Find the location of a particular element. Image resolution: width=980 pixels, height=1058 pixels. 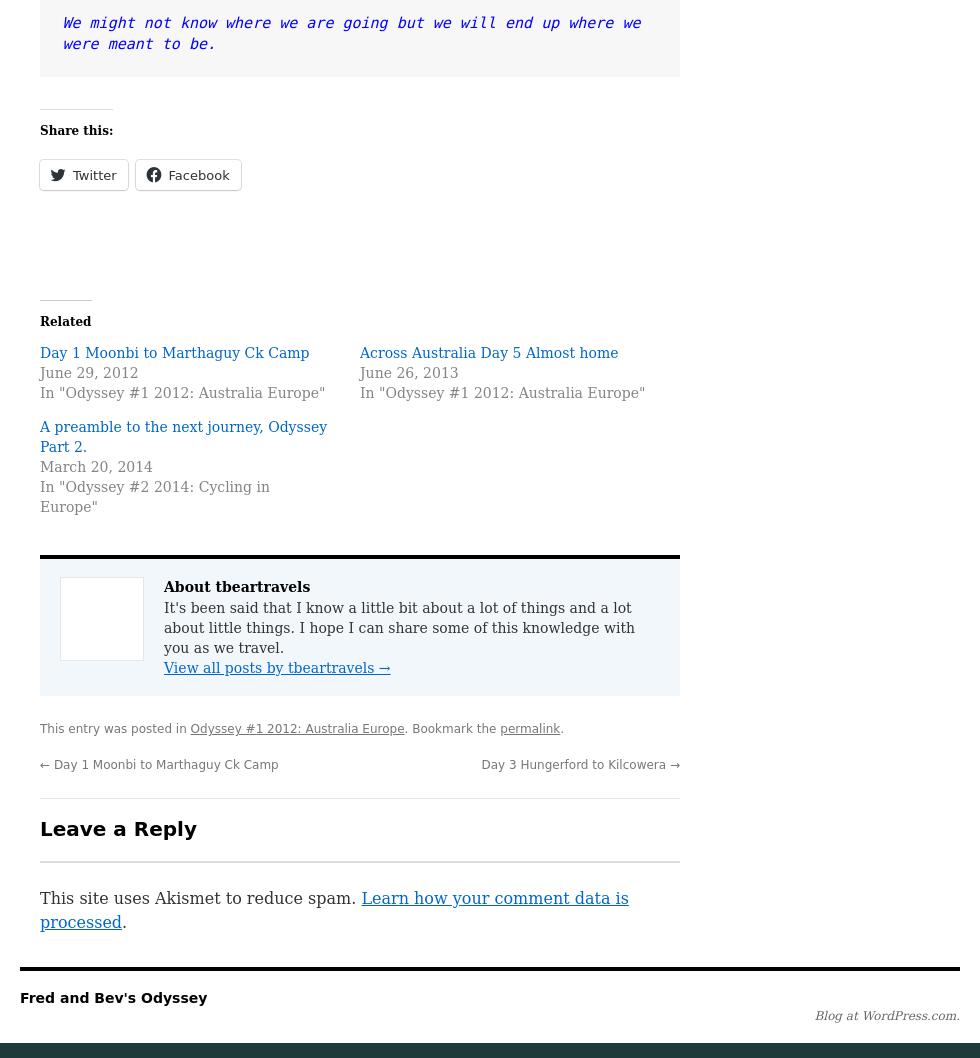

'About tbeartravels' is located at coordinates (236, 586).